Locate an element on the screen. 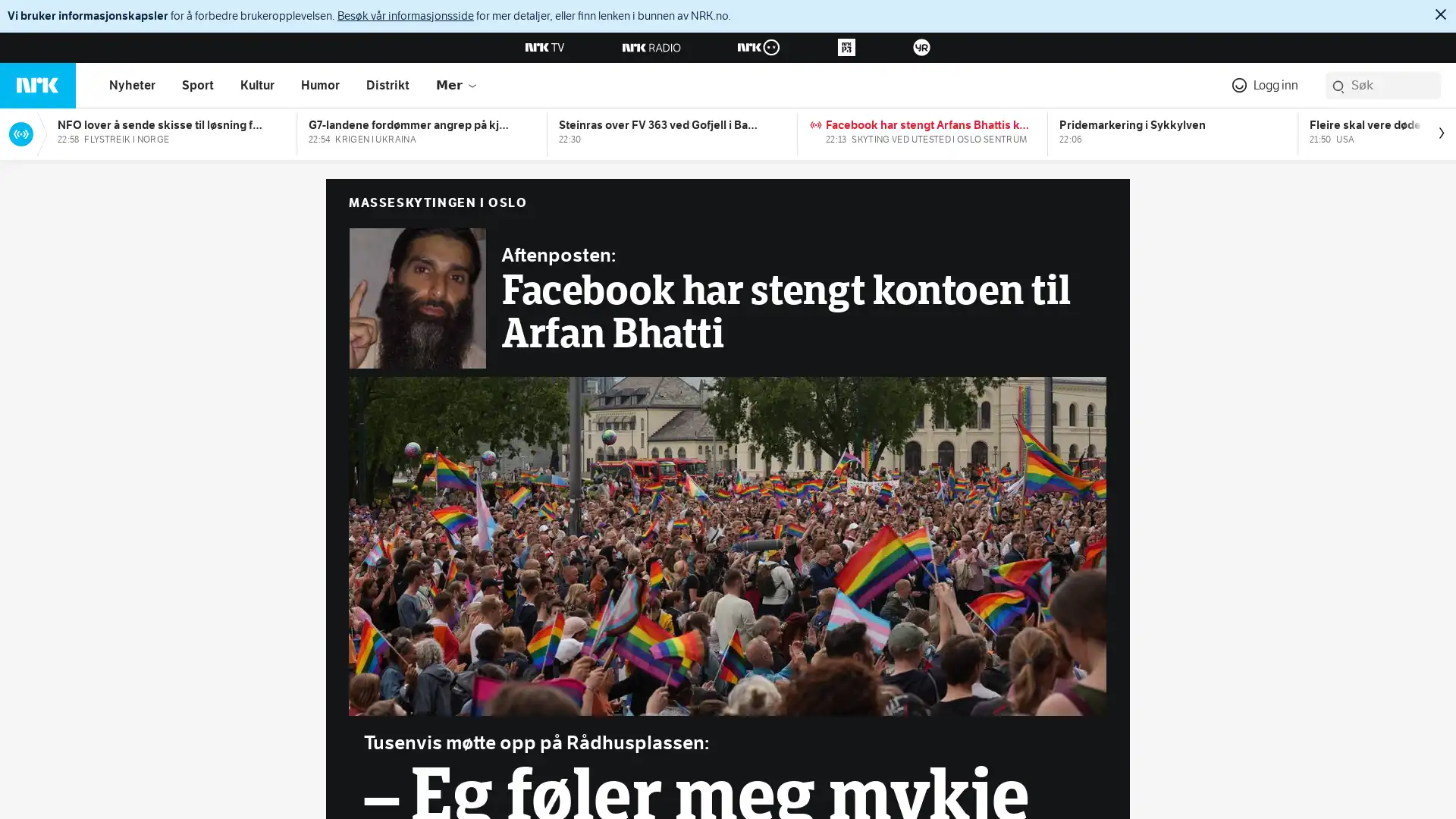 Image resolution: width=1456 pixels, height=819 pixels. Facebook har stengt Arfans Bhattis konto PUBLISERT SOM EN VIKTIG MELDING KLOKKEN 22:13 I SKYTING VED UTESTED I OSLO SENTRUM is located at coordinates (922, 130).